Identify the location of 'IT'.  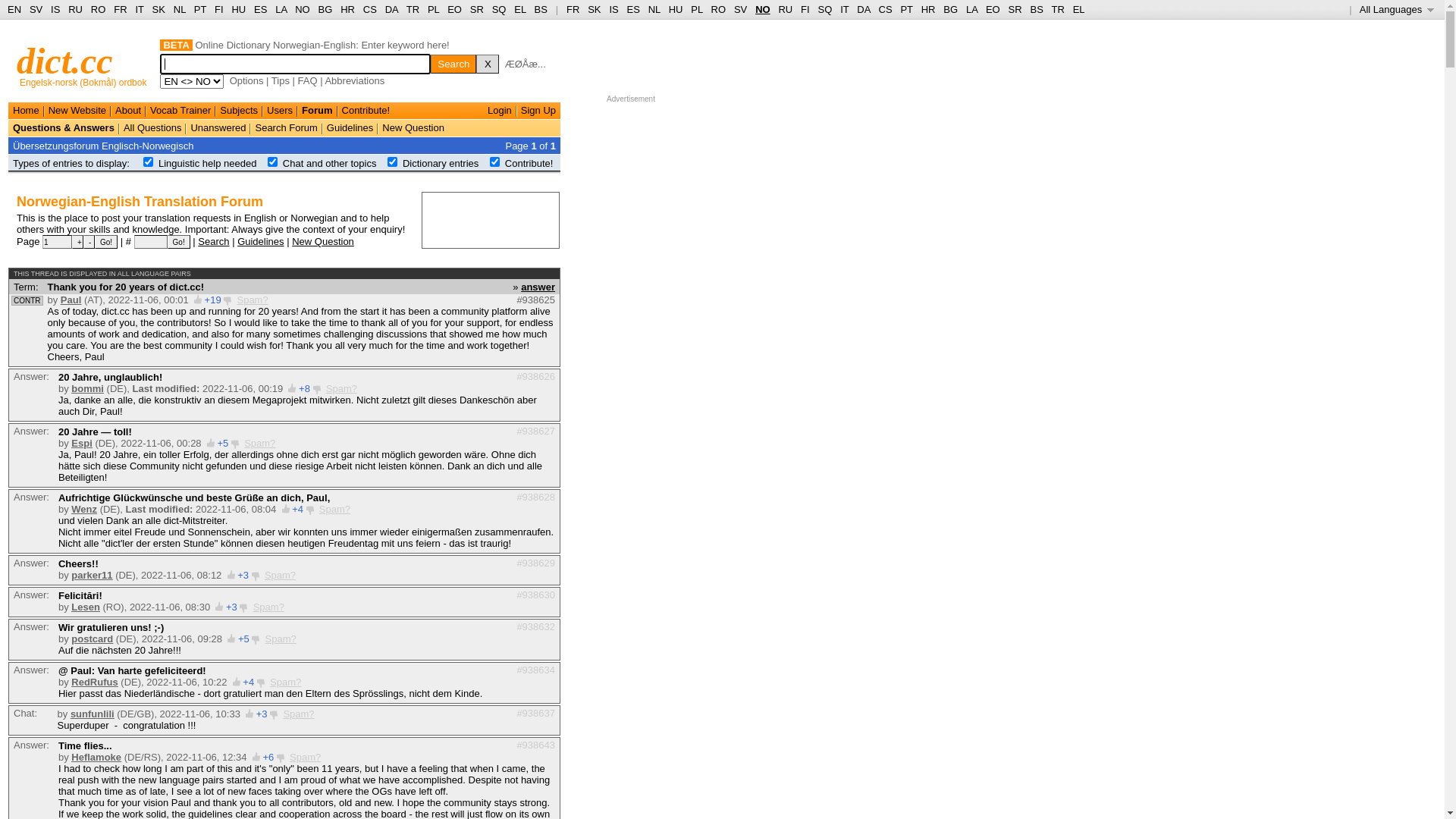
(843, 9).